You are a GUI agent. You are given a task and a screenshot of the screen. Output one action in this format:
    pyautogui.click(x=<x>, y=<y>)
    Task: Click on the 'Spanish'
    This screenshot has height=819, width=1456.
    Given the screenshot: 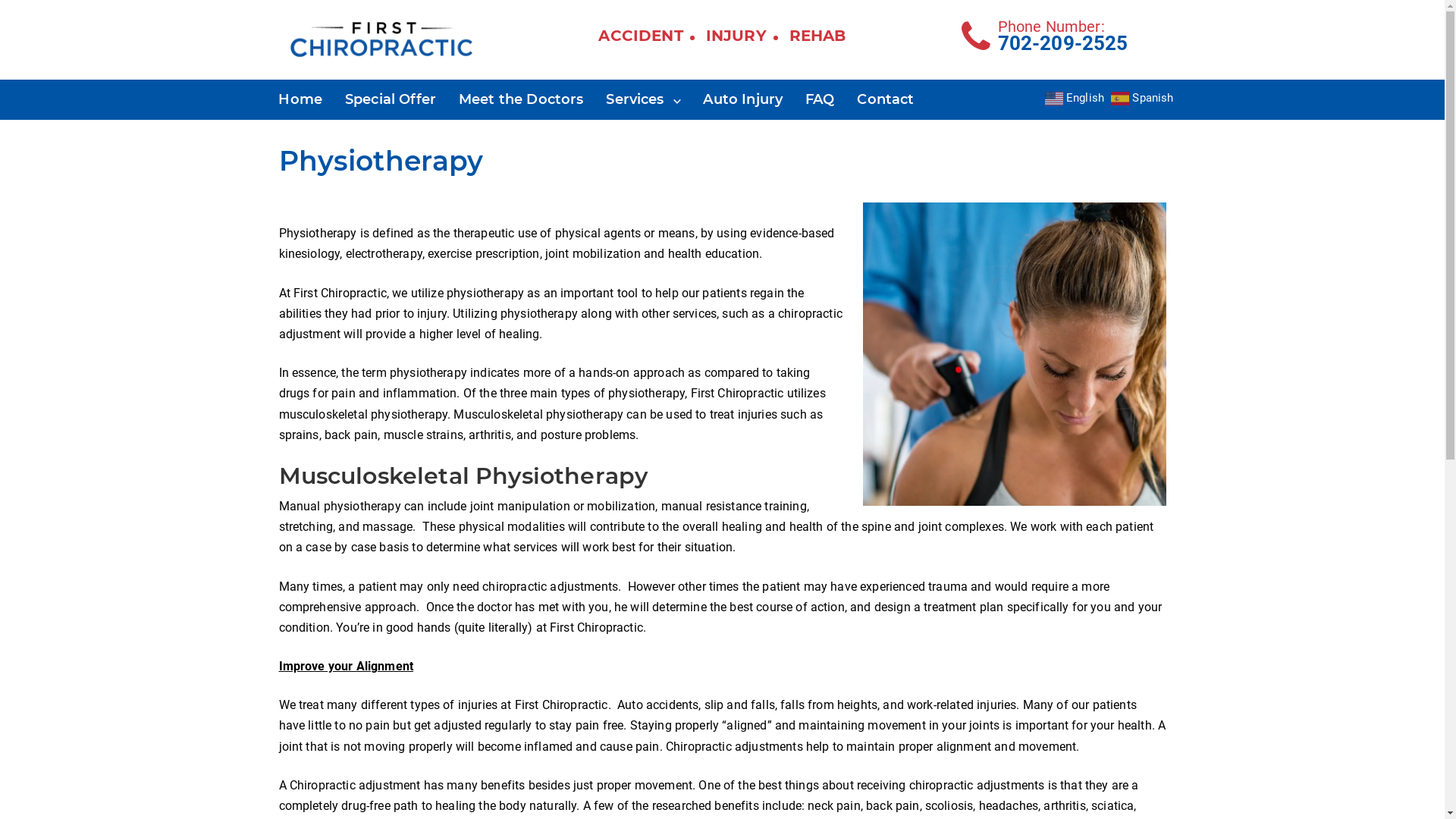 What is the action you would take?
    pyautogui.click(x=1144, y=97)
    